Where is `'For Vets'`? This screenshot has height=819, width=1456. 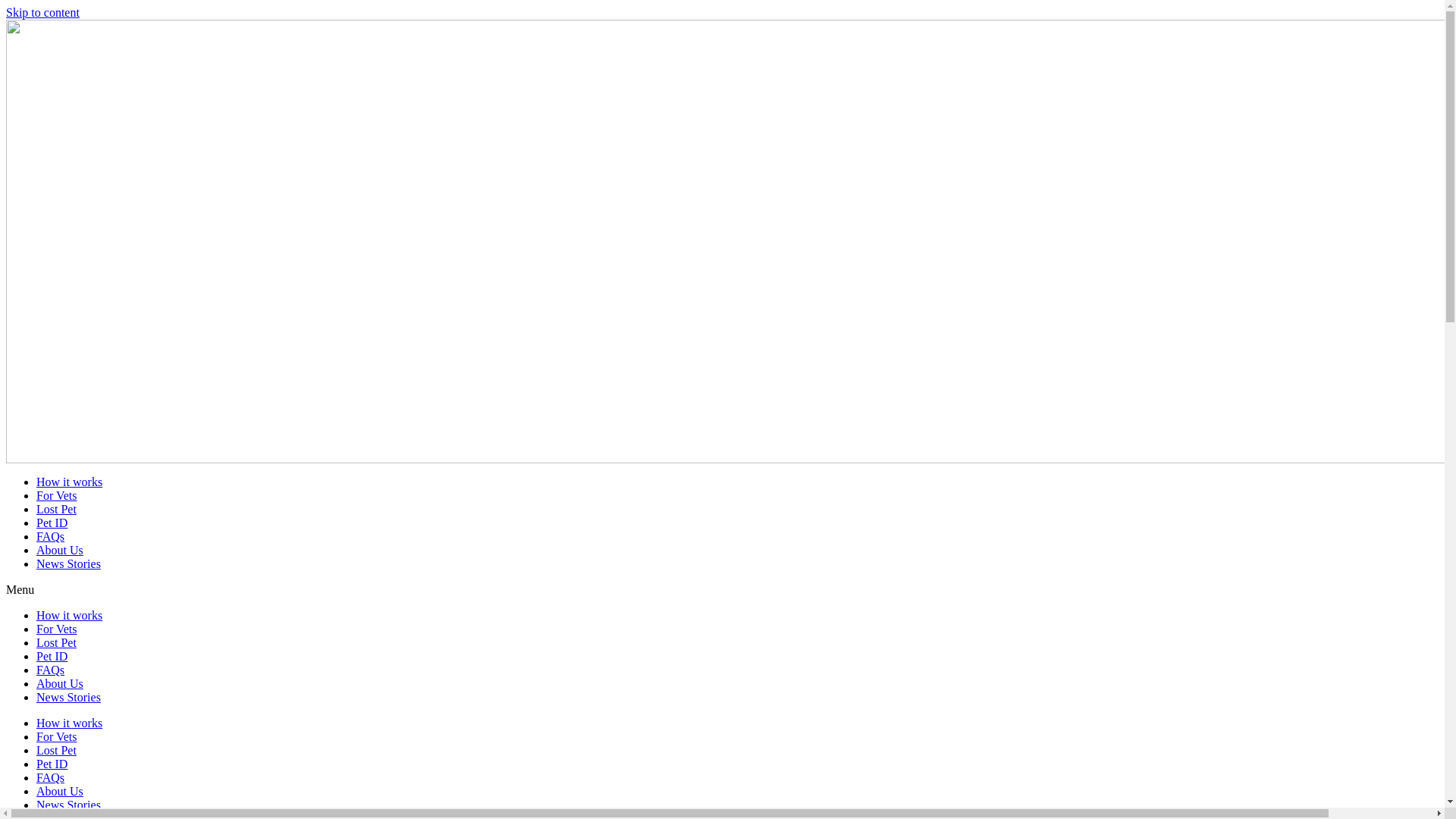 'For Vets' is located at coordinates (57, 736).